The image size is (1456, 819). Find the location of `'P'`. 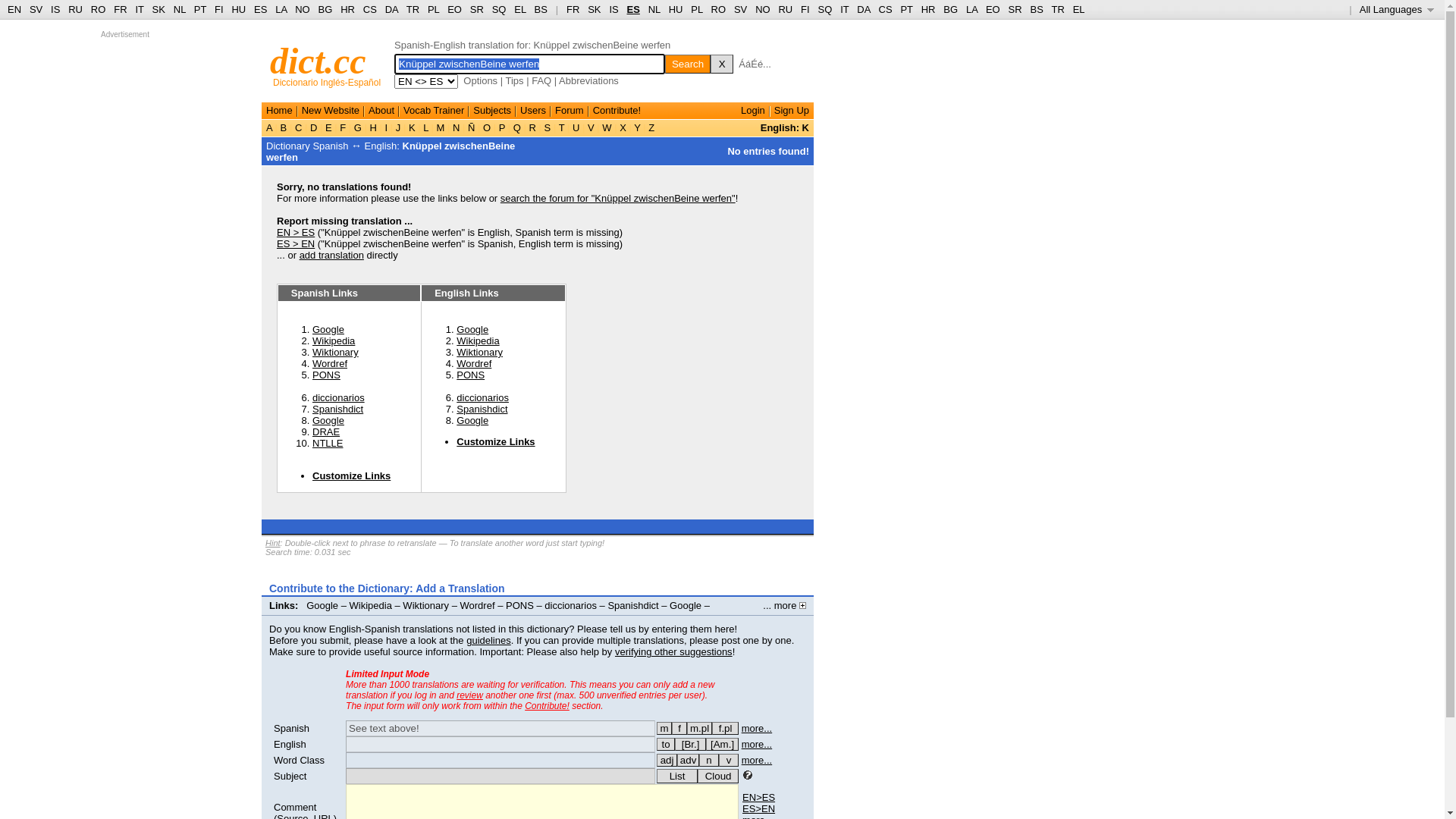

'P' is located at coordinates (495, 127).